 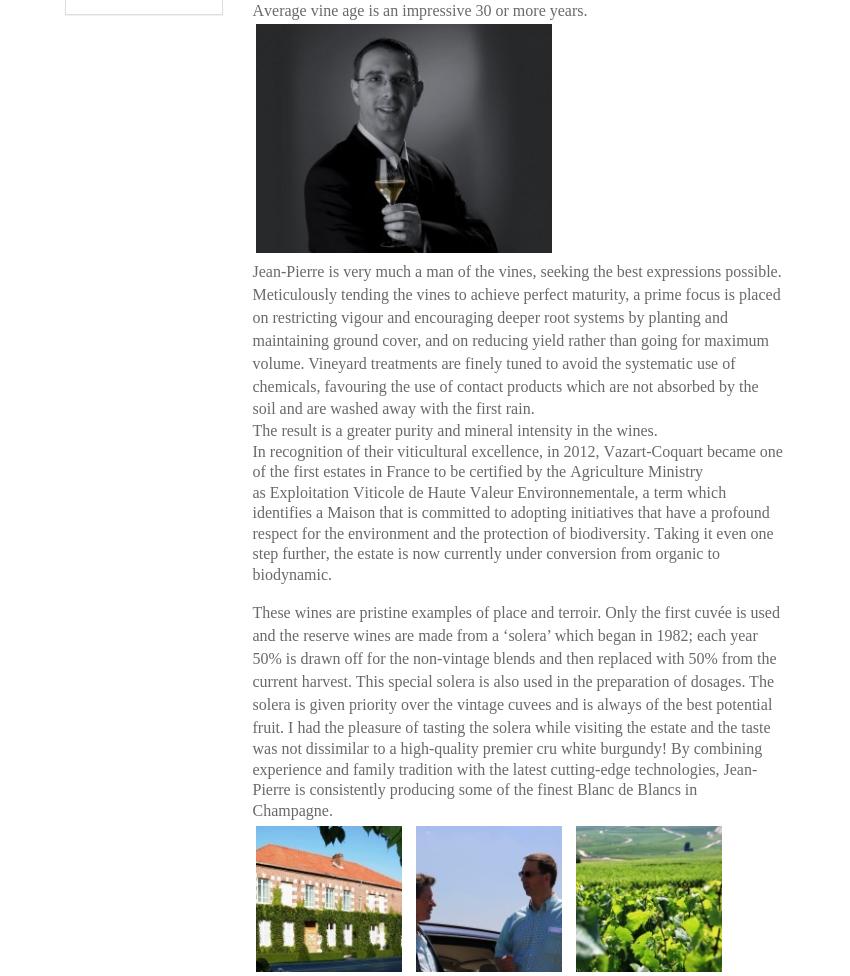 I want to click on 'In recognition of their', so click(x=324, y=449).